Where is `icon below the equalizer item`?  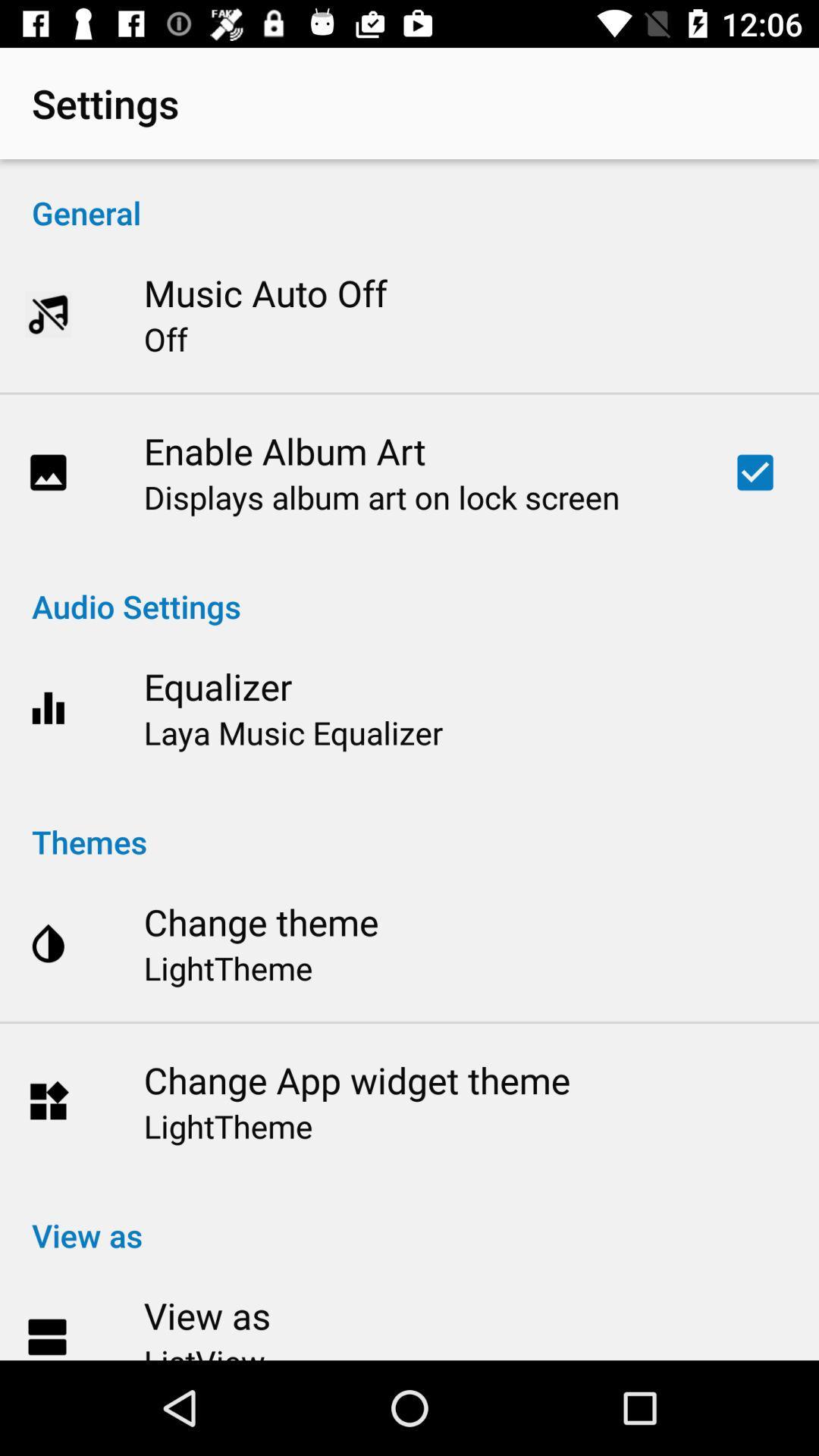 icon below the equalizer item is located at coordinates (293, 732).